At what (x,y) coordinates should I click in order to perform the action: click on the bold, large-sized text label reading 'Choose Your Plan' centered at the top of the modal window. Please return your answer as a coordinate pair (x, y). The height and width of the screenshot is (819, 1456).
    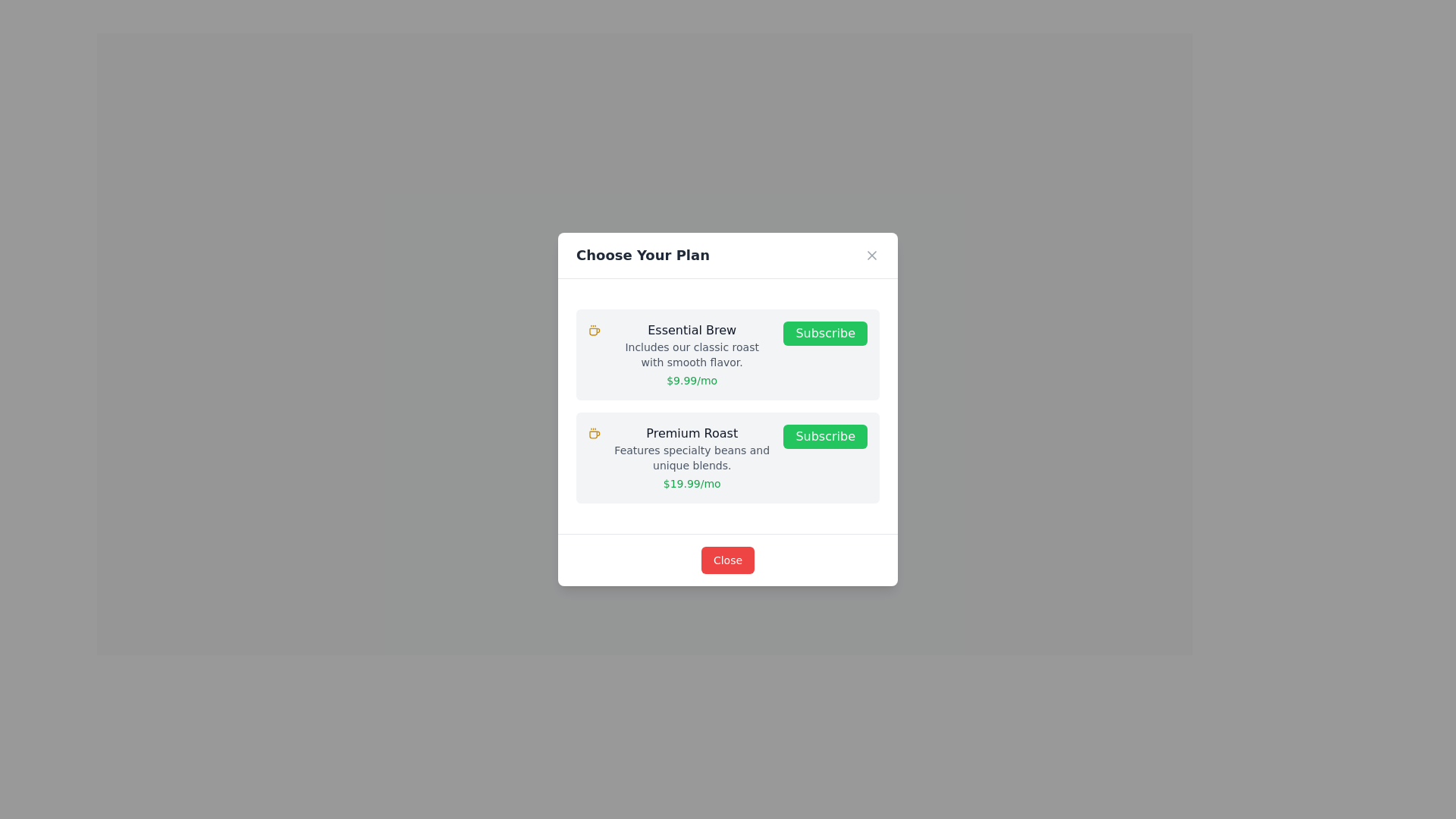
    Looking at the image, I should click on (643, 254).